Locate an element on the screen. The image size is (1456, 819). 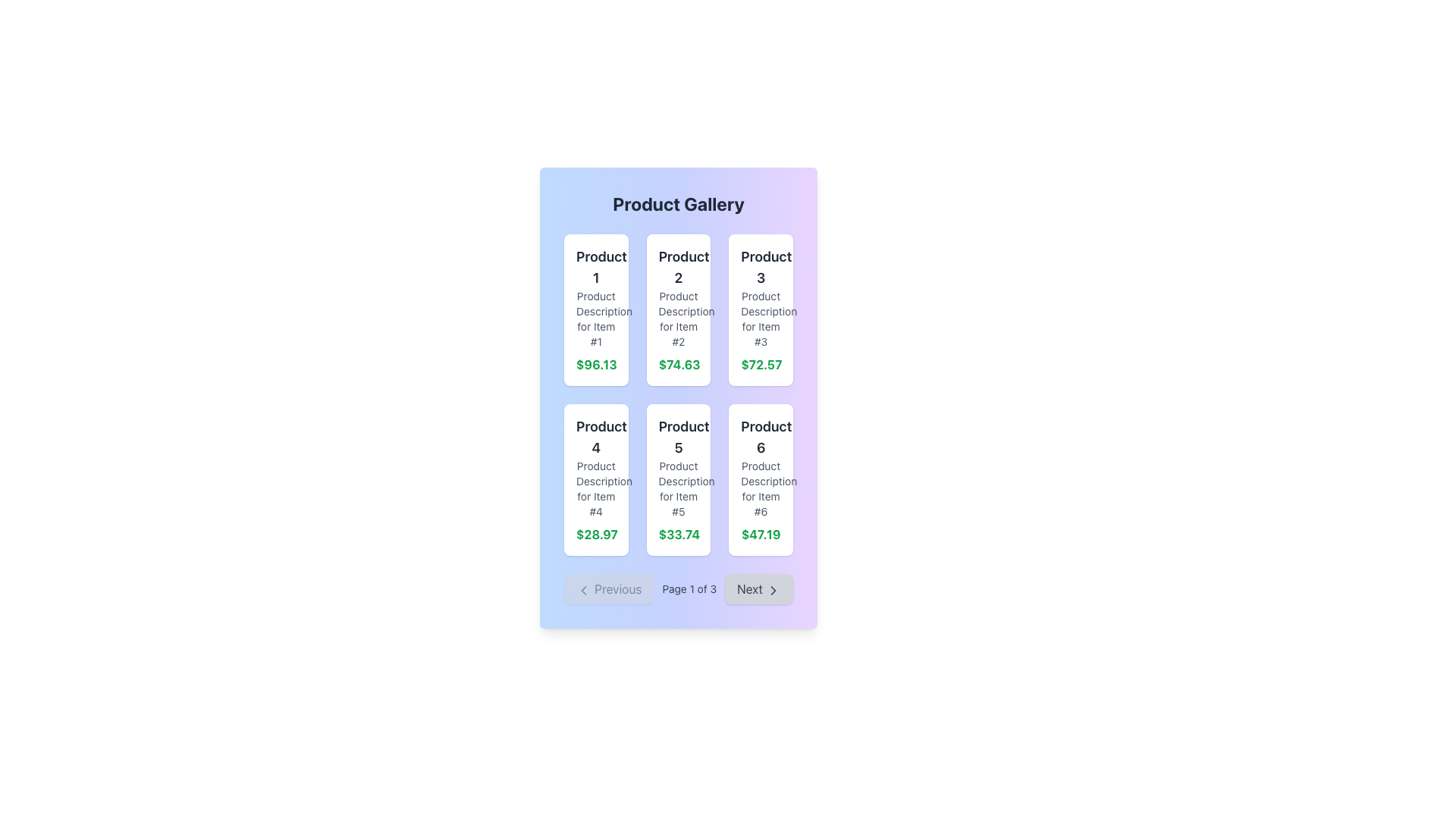
the text label displaying 'Product 6' in the bottom-right product card of the grid layout within the 'Product Gallery' section is located at coordinates (761, 438).